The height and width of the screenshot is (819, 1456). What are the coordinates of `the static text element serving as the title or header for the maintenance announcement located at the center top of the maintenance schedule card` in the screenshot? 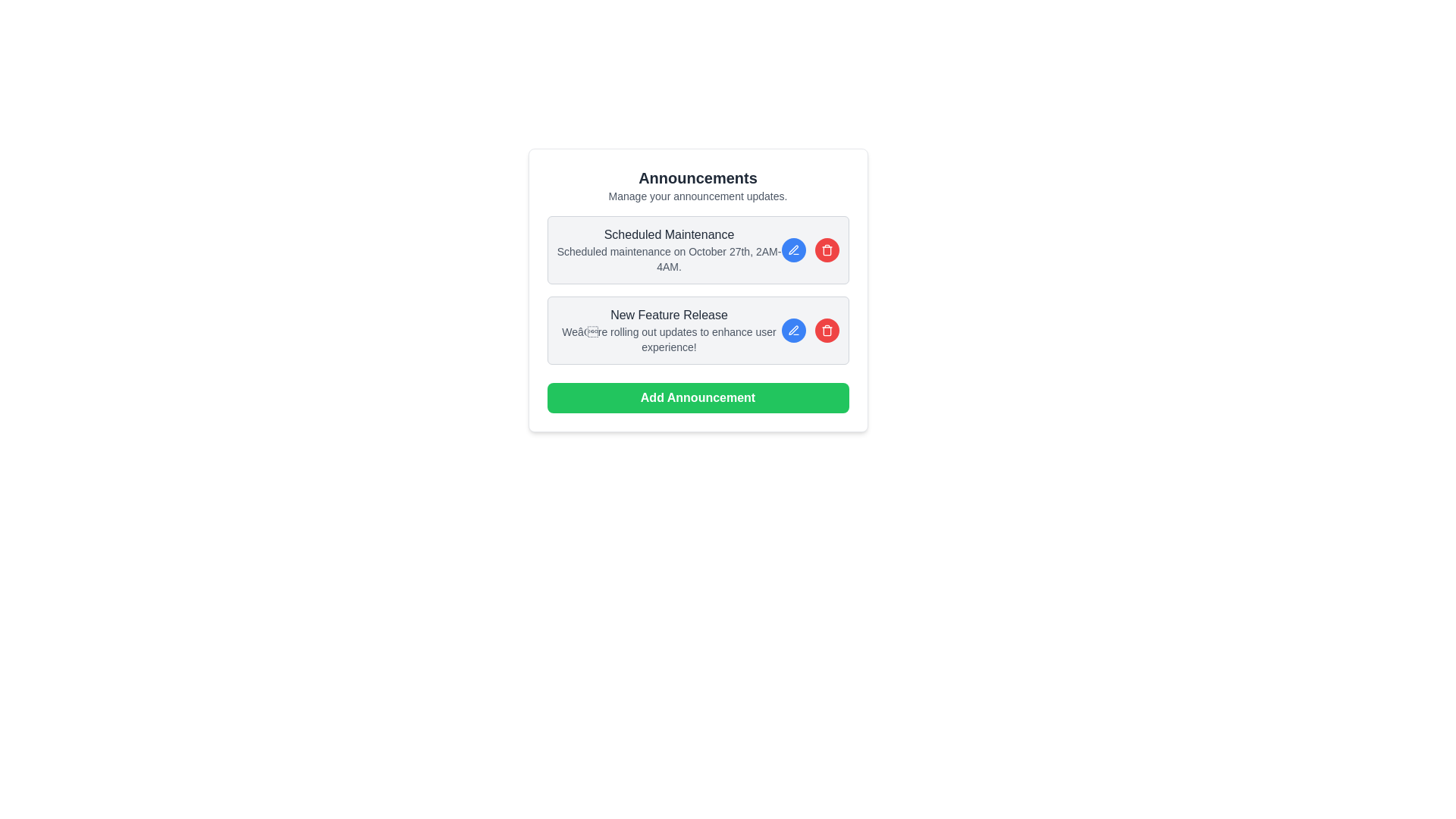 It's located at (668, 234).